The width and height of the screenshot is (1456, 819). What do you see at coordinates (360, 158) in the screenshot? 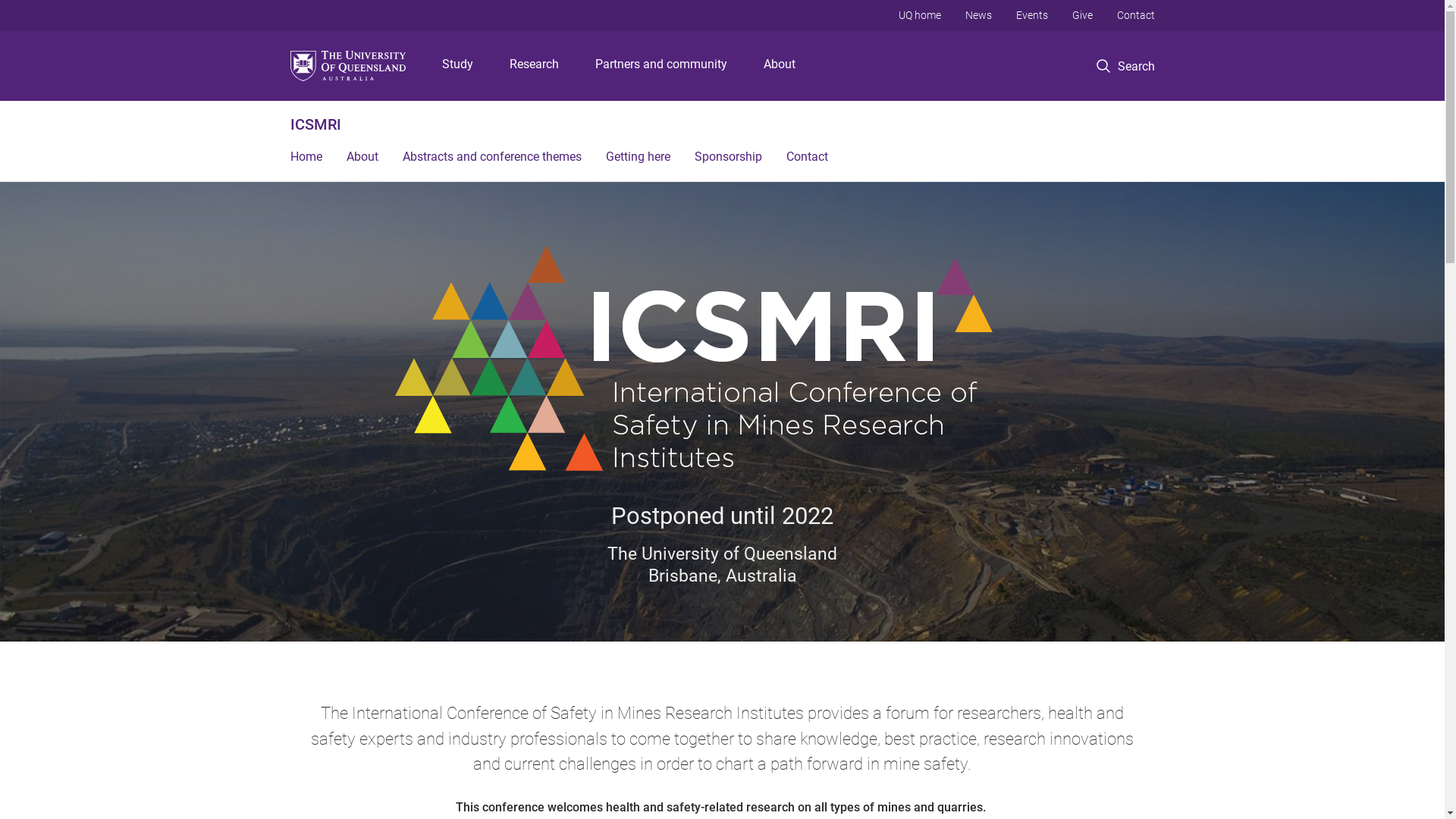
I see `'About'` at bounding box center [360, 158].